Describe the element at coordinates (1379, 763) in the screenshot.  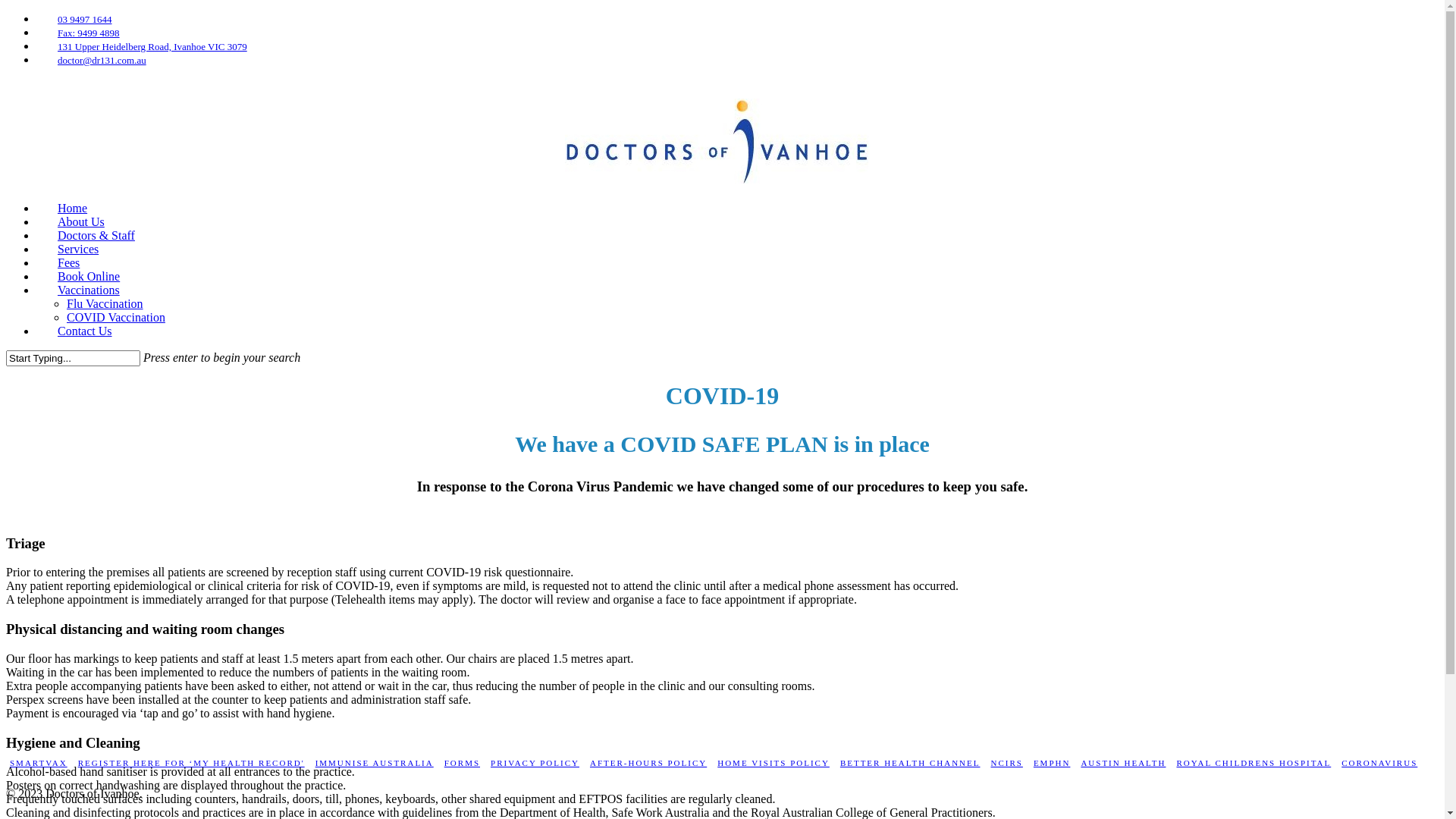
I see `'CORONAVIRUS'` at that location.